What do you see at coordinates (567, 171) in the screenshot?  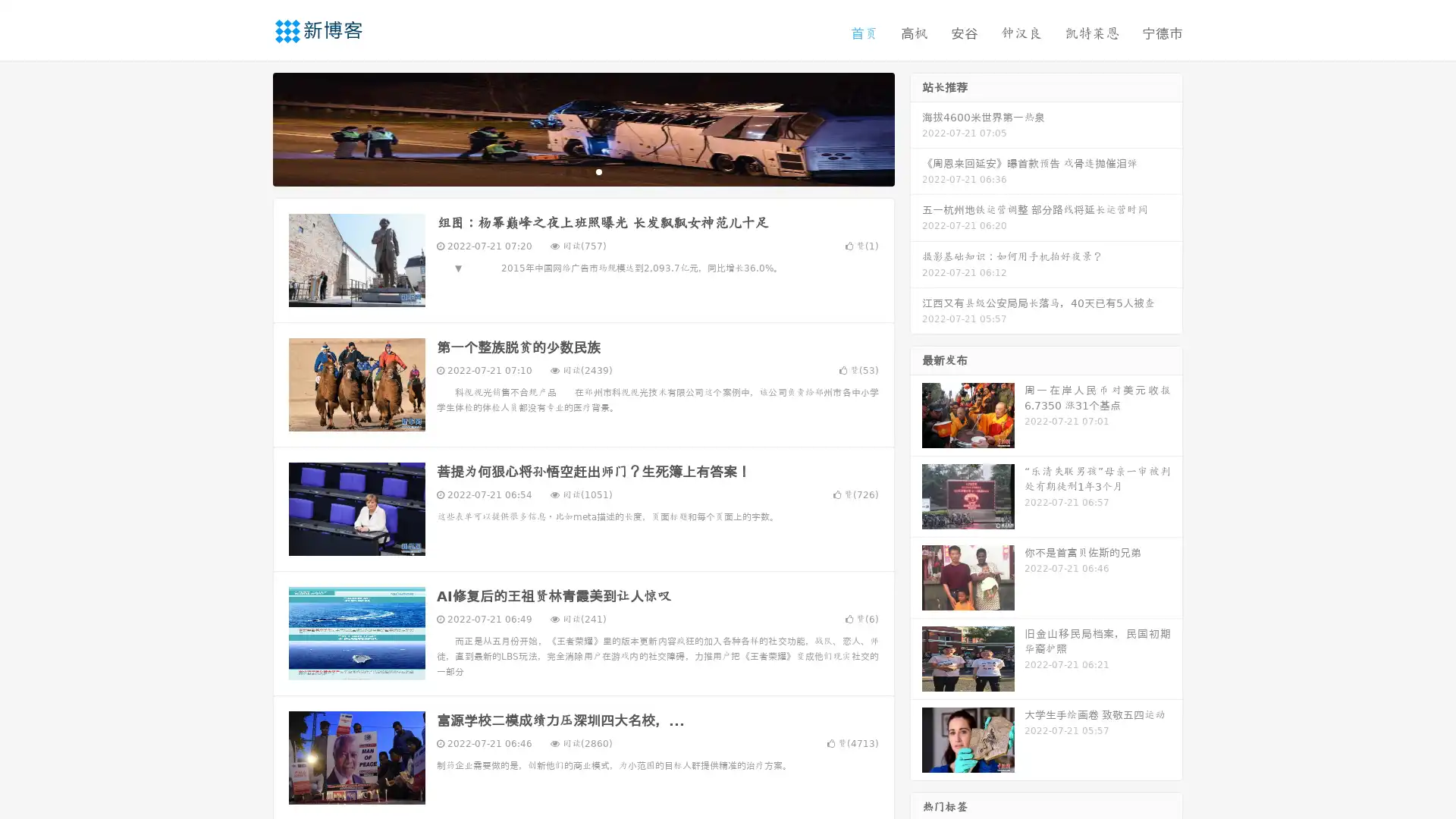 I see `Go to slide 1` at bounding box center [567, 171].